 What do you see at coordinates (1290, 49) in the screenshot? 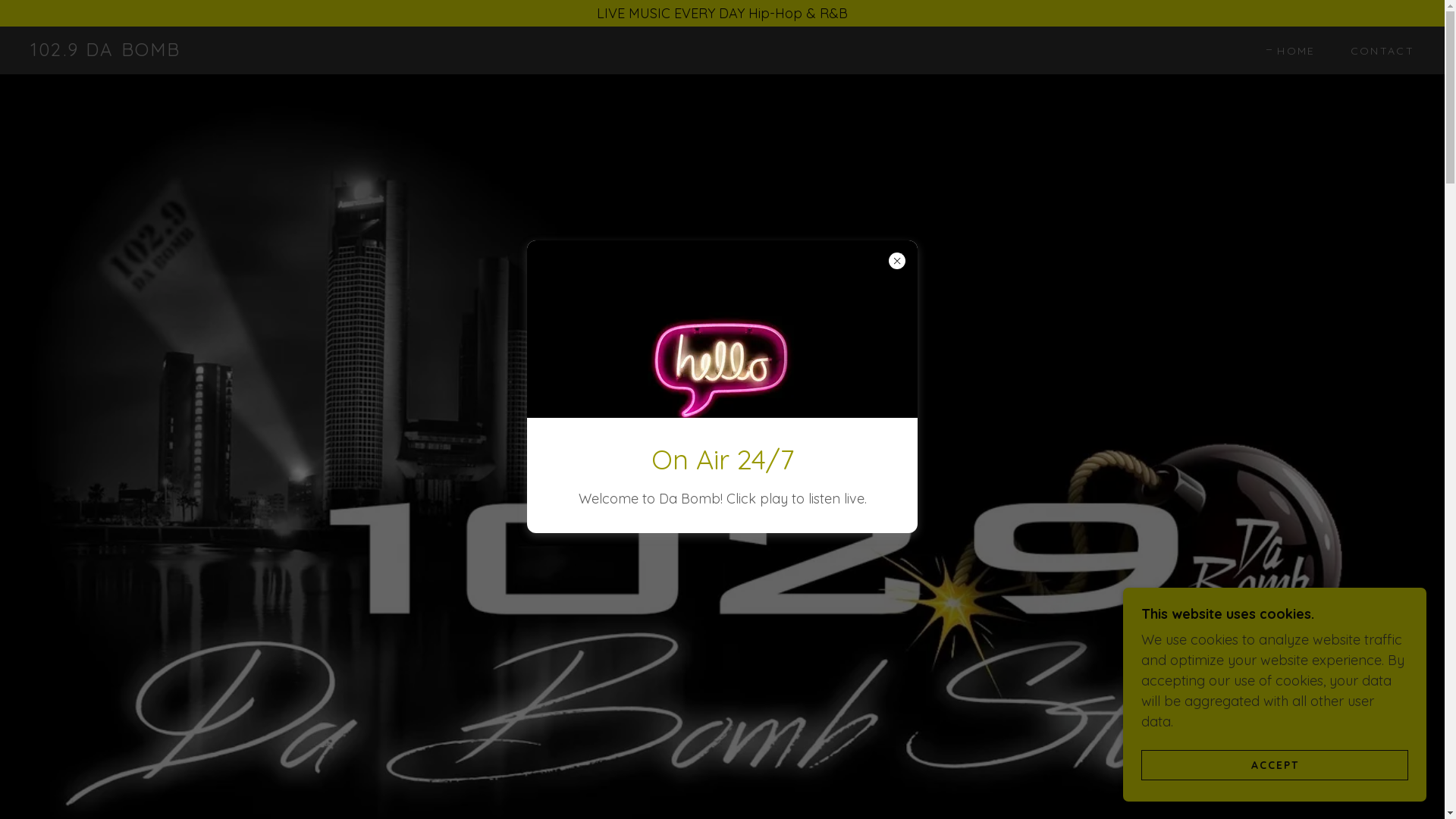
I see `'HOME'` at bounding box center [1290, 49].